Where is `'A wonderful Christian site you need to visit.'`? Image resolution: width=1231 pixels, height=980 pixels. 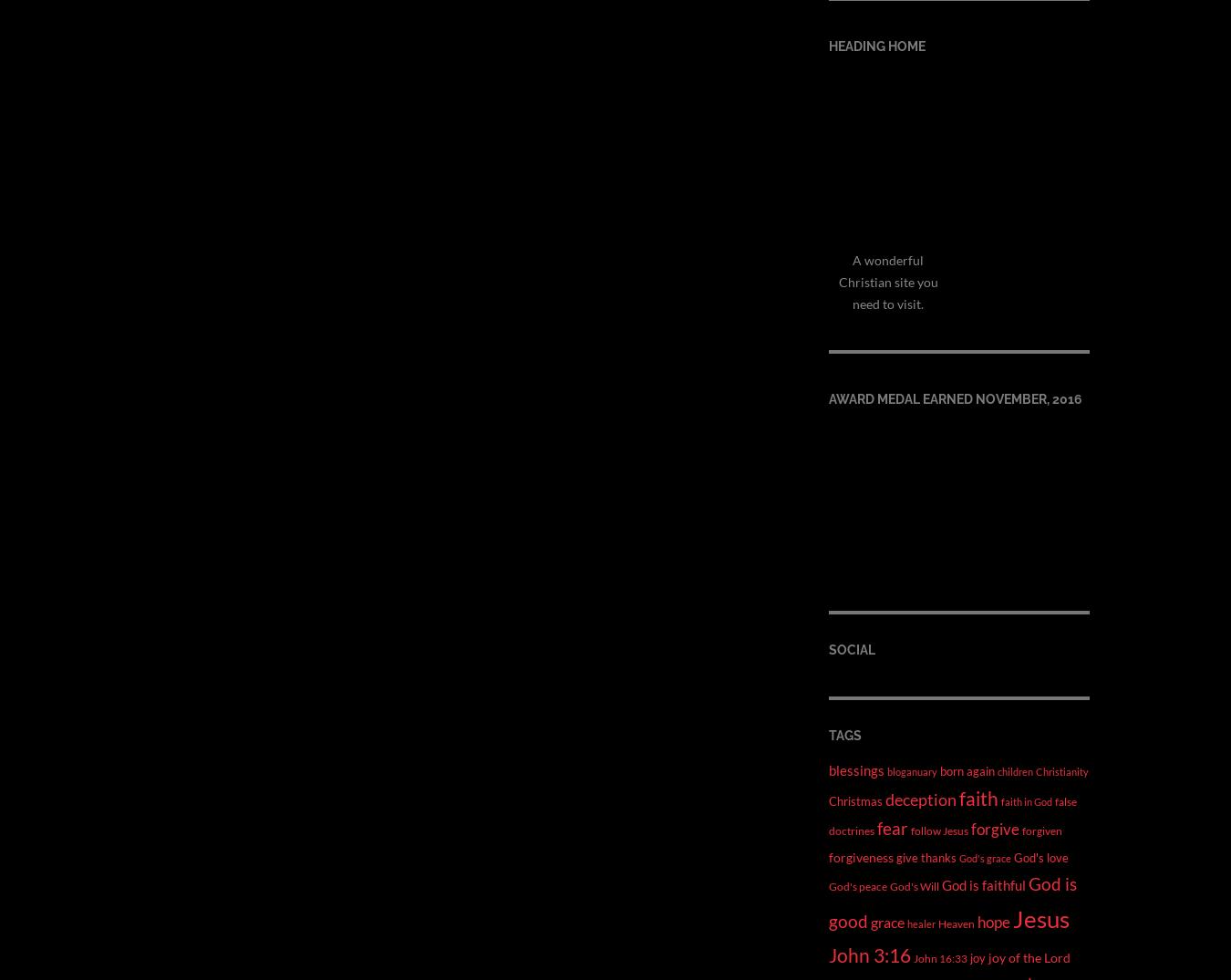 'A wonderful Christian site you need to visit.' is located at coordinates (886, 280).